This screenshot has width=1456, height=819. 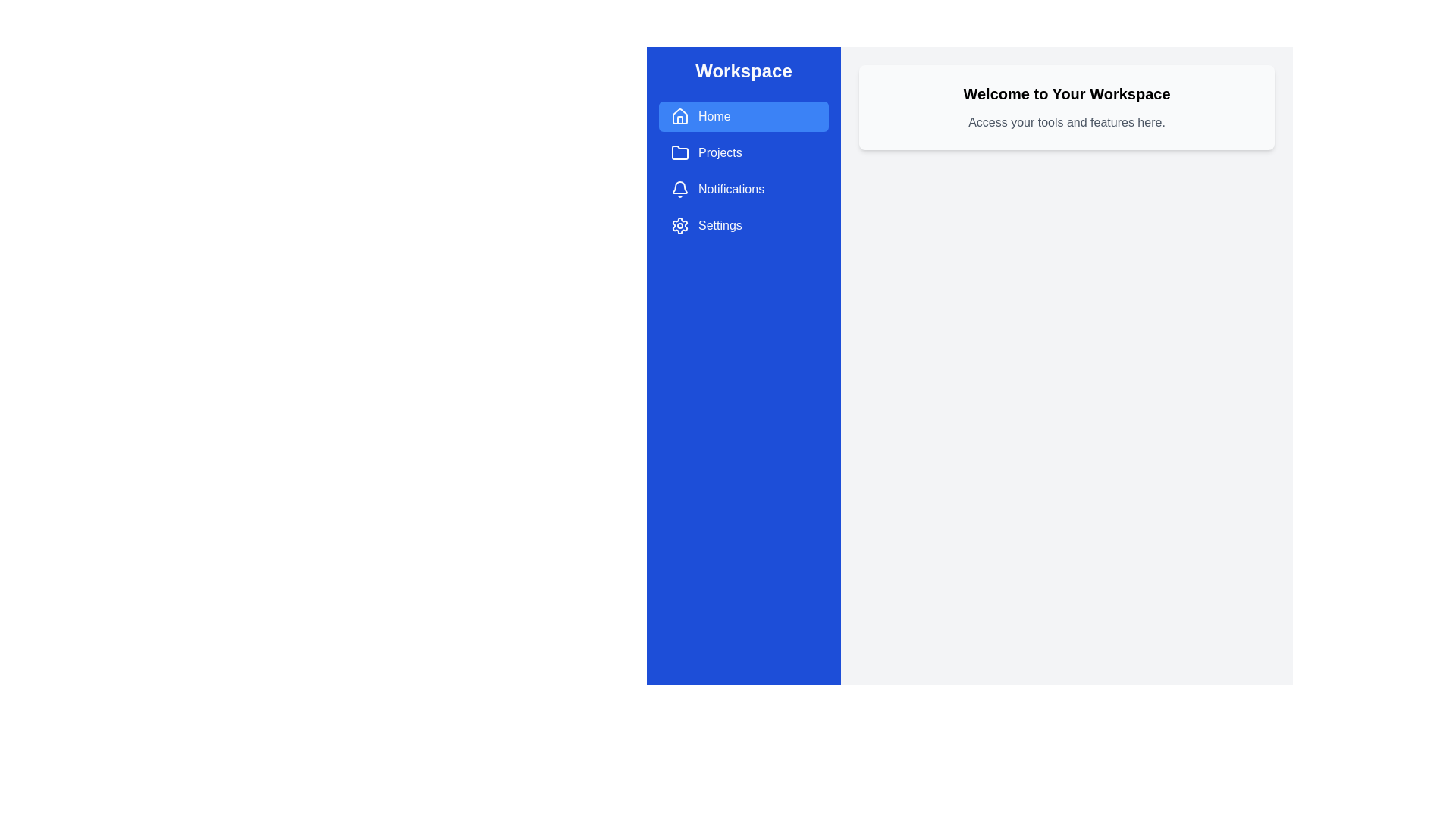 I want to click on the 'Notifications' button, which is the third item in the vertical list of navigation buttons in the left sidebar, positioned below the 'Projects' button and above the 'Settings' button, so click(x=743, y=189).